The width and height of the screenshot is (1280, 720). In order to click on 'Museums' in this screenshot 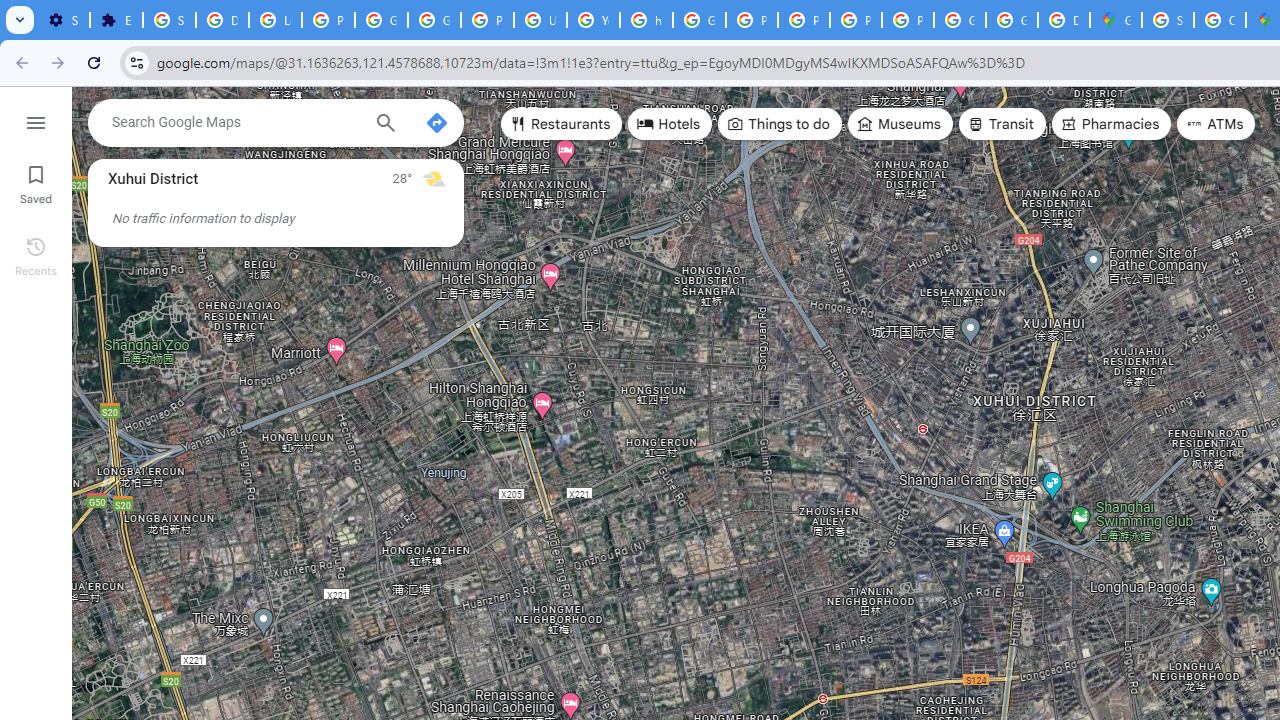, I will do `click(899, 124)`.